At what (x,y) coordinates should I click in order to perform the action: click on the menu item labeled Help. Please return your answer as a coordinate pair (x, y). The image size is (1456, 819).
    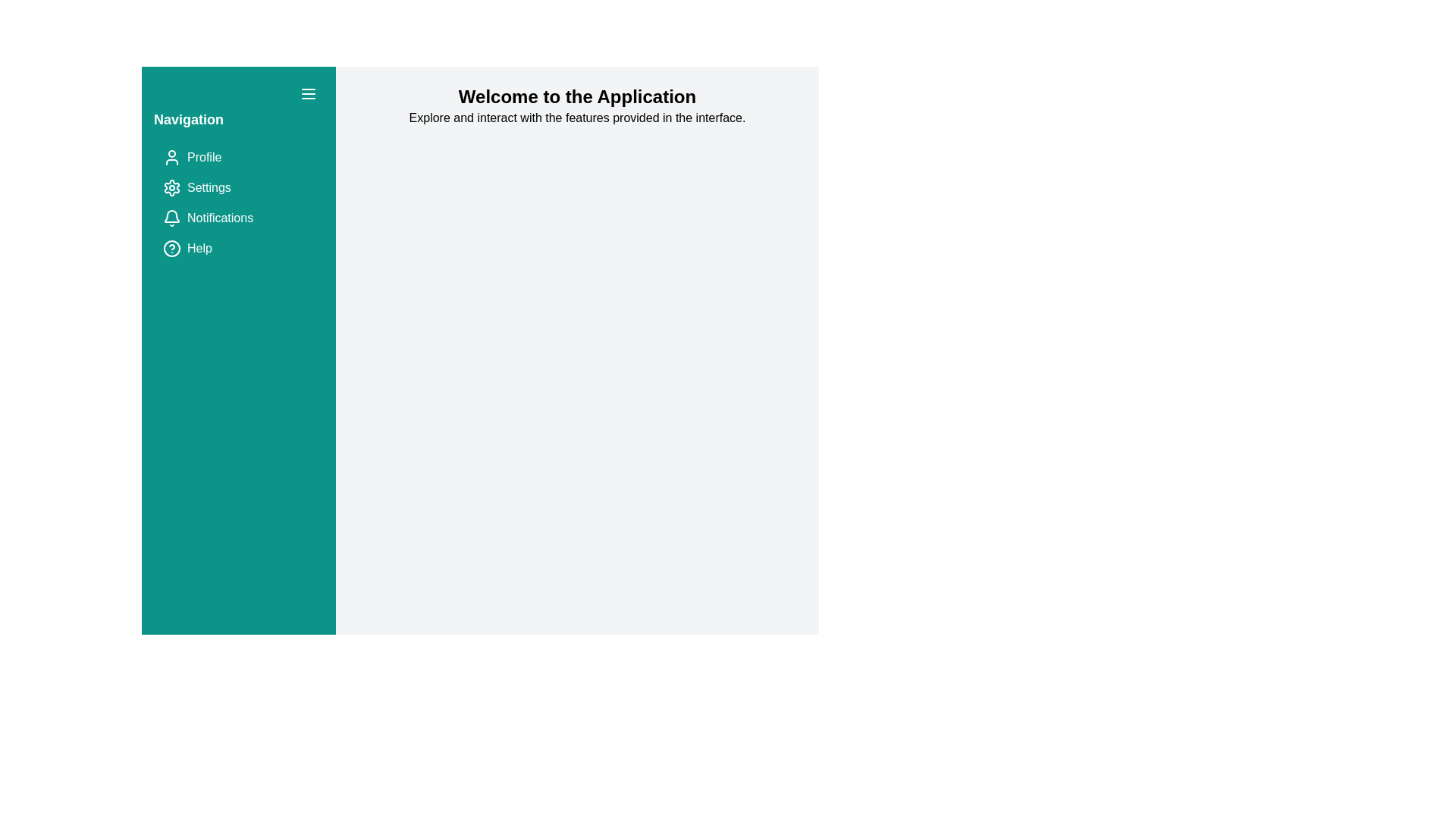
    Looking at the image, I should click on (238, 247).